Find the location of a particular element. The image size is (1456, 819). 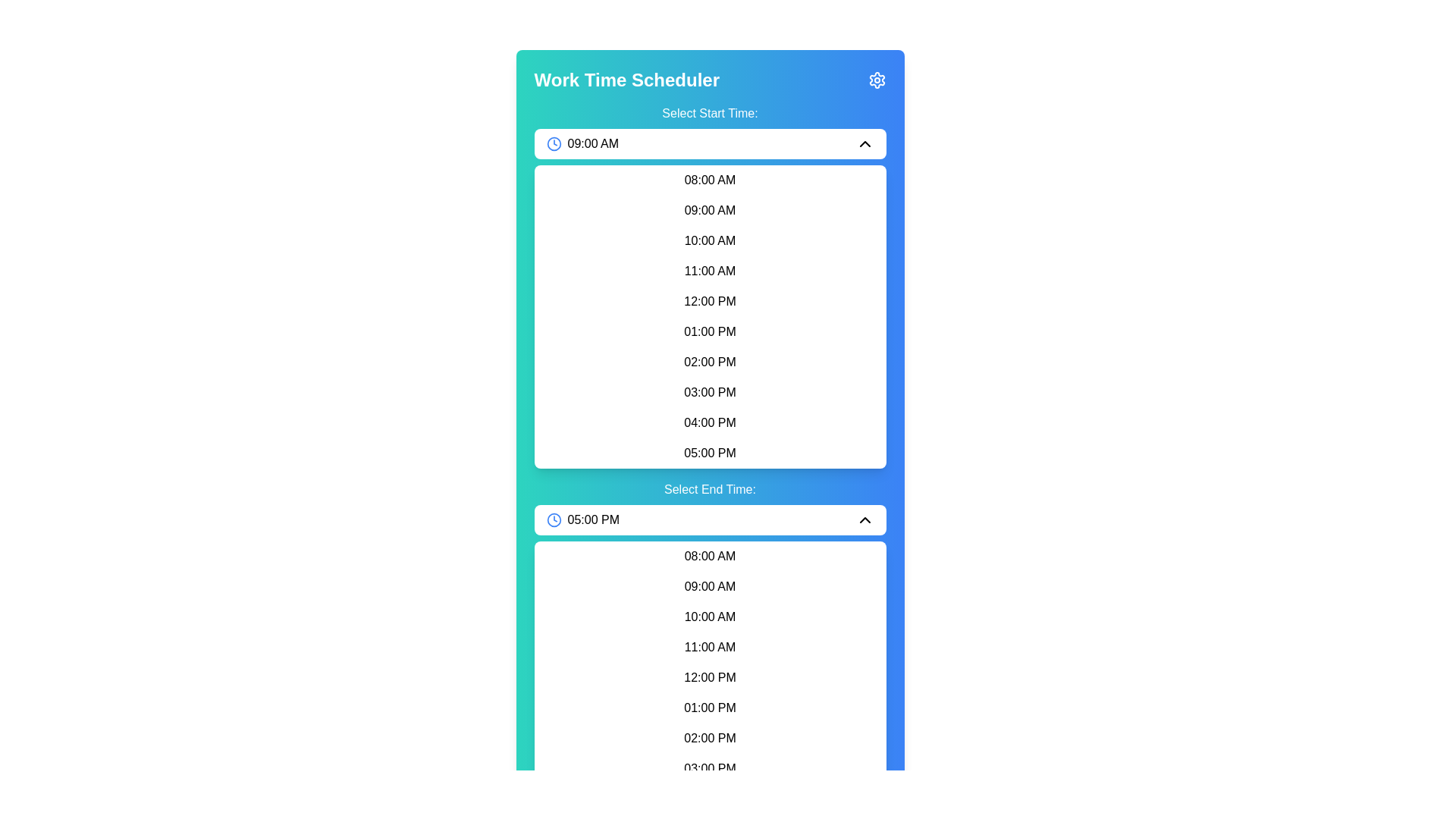

the seventh list item is located at coordinates (709, 738).